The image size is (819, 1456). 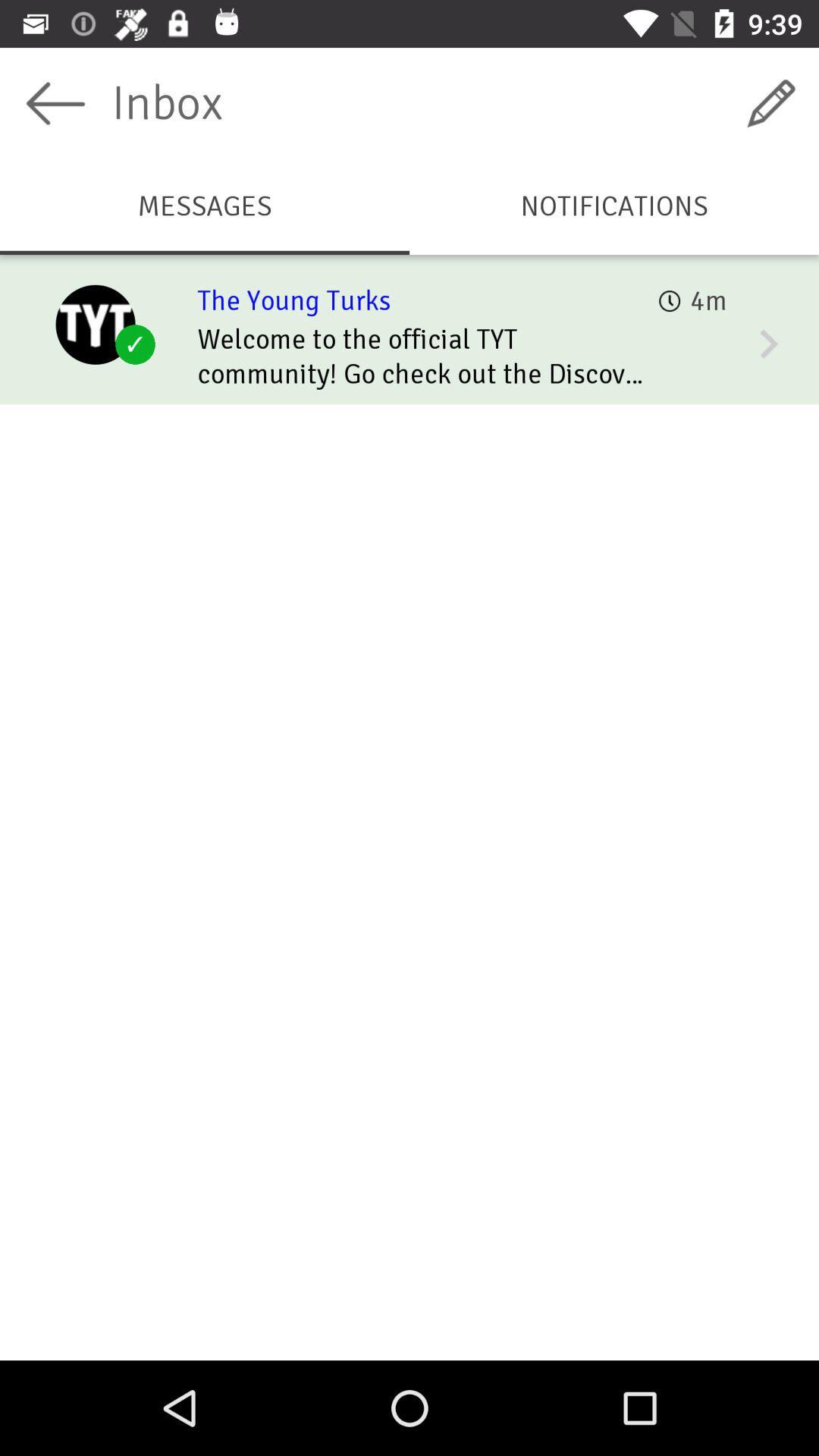 What do you see at coordinates (55, 102) in the screenshot?
I see `this button is to return to the previous page` at bounding box center [55, 102].